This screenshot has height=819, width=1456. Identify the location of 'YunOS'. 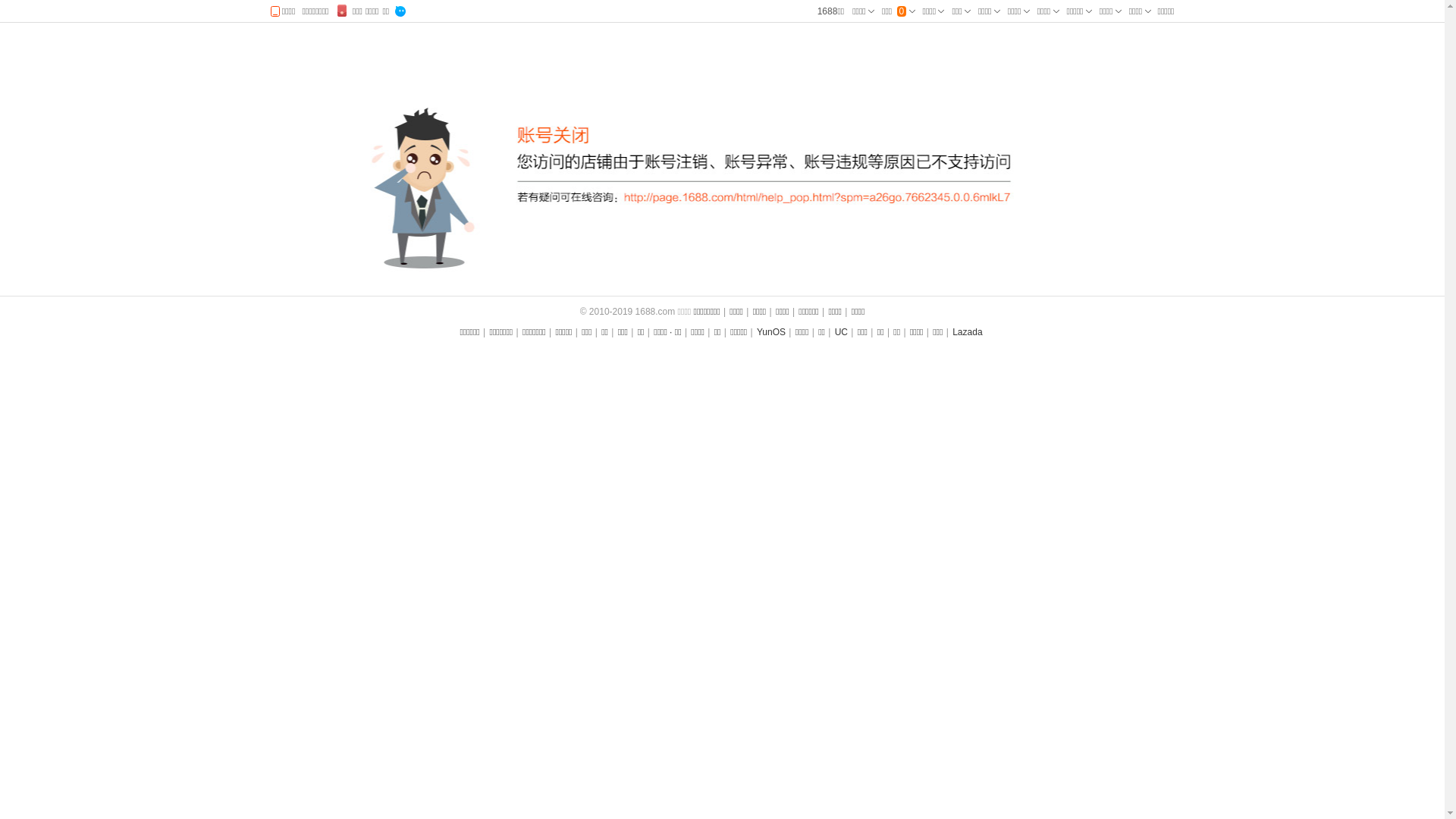
(771, 331).